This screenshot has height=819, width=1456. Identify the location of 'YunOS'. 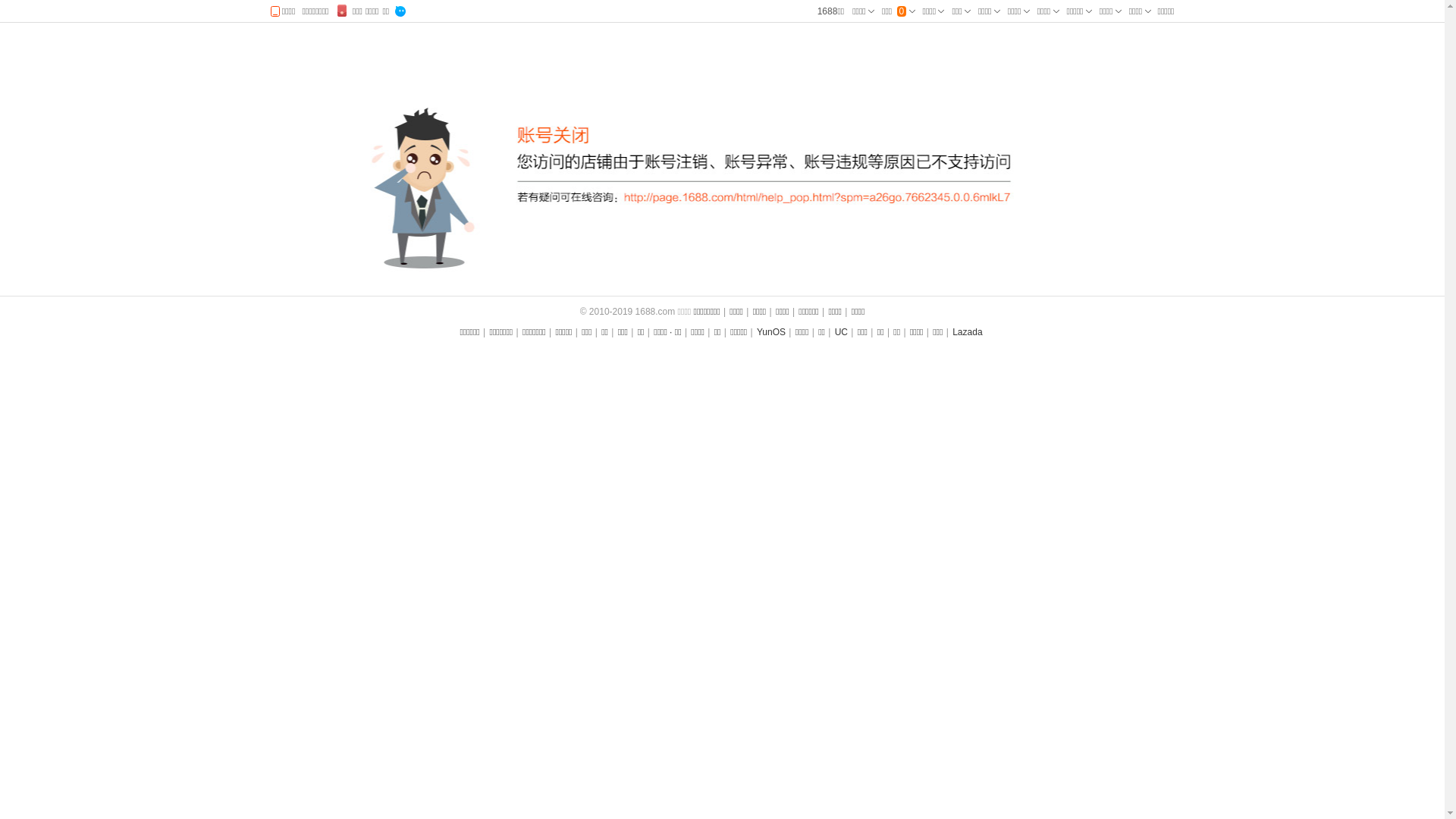
(771, 331).